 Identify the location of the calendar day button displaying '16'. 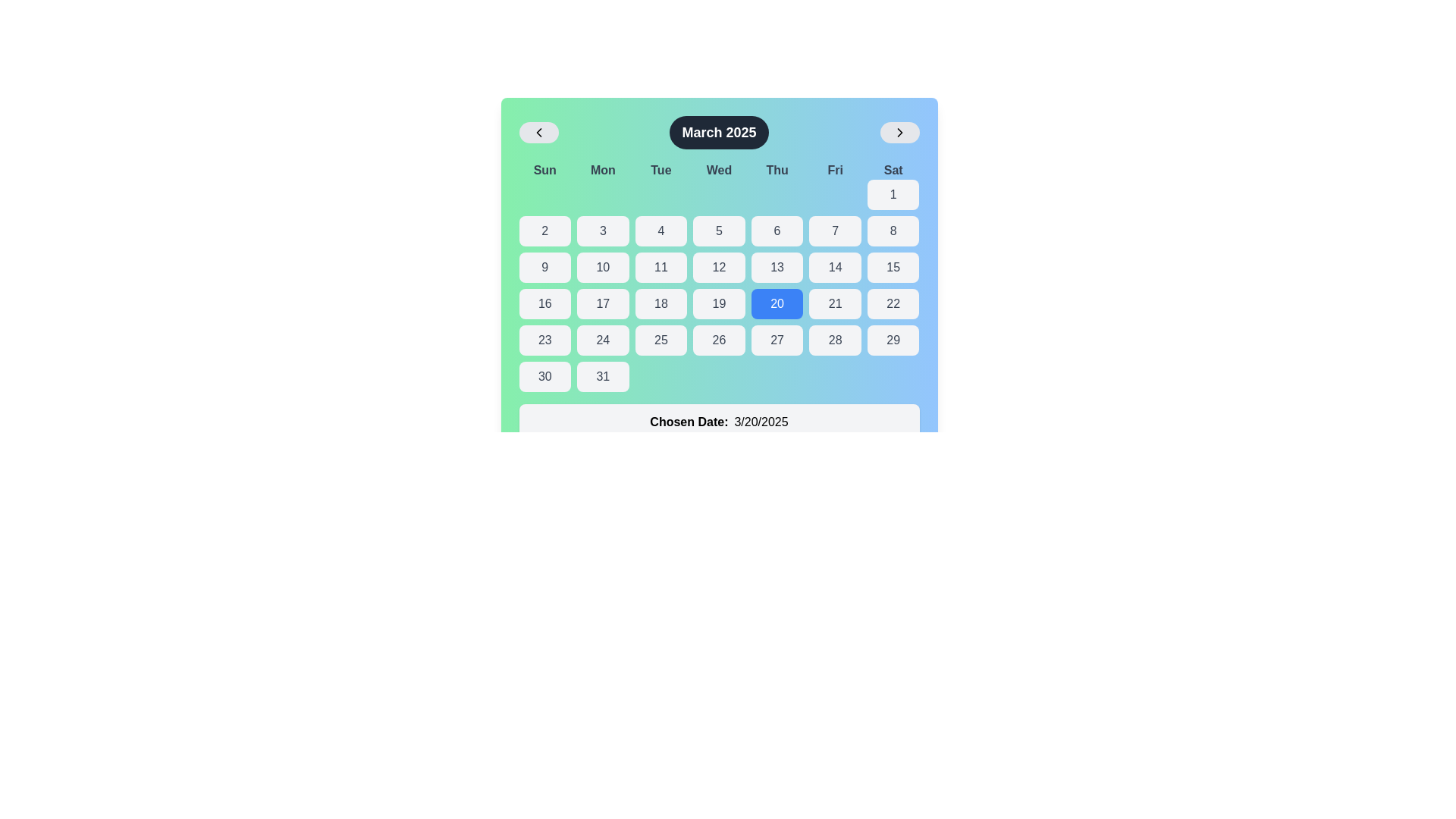
(544, 304).